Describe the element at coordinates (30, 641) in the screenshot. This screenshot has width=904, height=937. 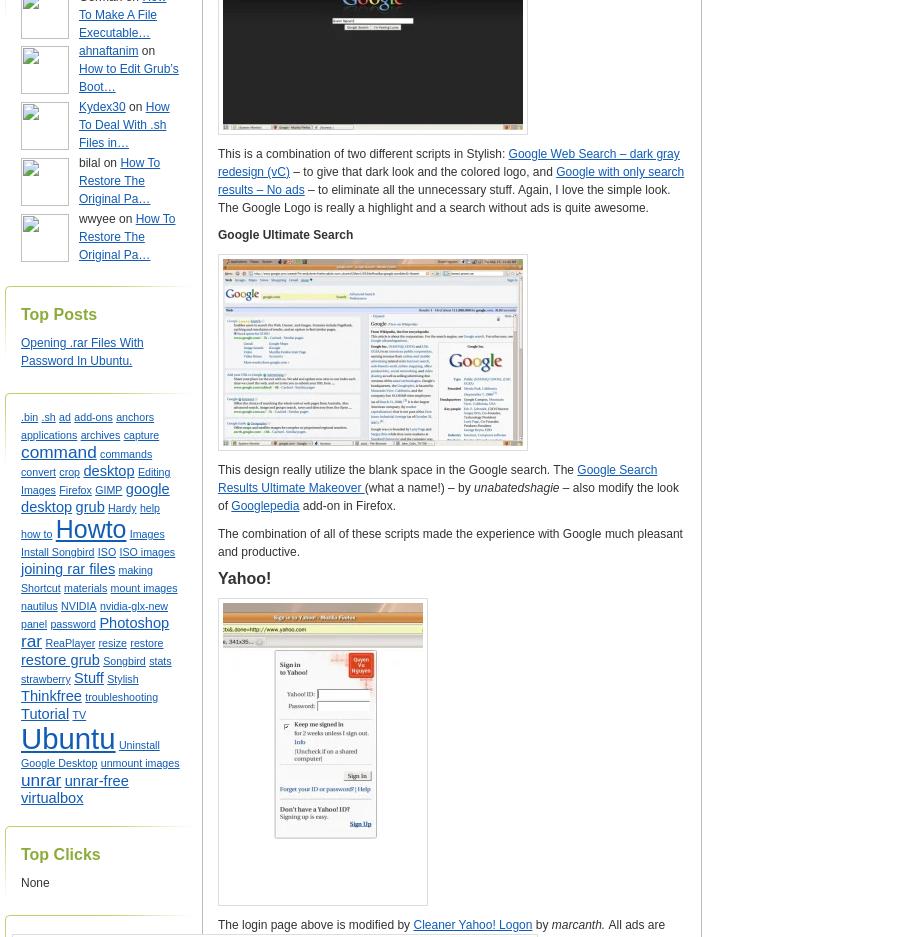
I see `'rar'` at that location.